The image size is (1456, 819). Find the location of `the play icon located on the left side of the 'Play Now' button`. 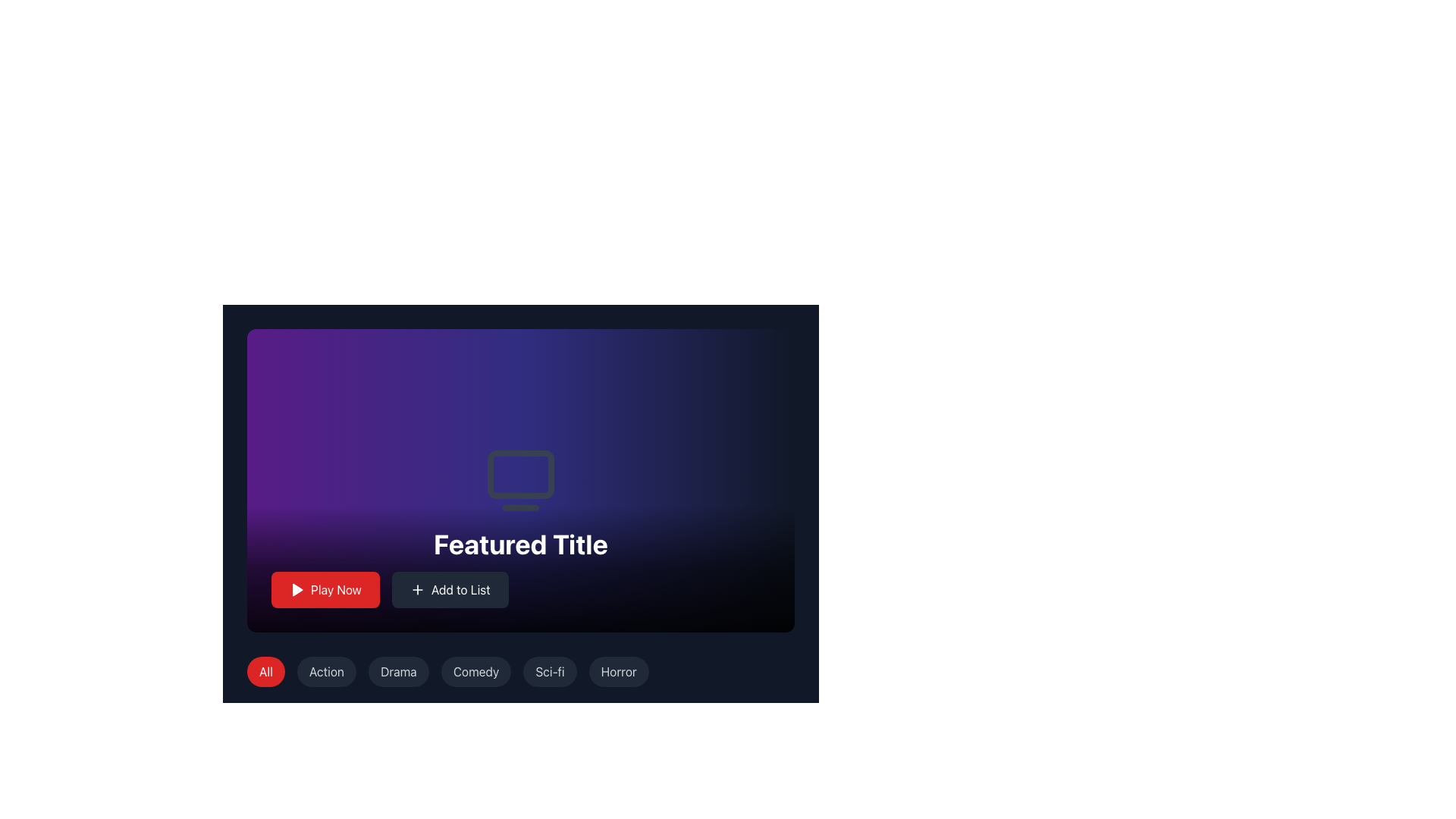

the play icon located on the left side of the 'Play Now' button is located at coordinates (297, 589).